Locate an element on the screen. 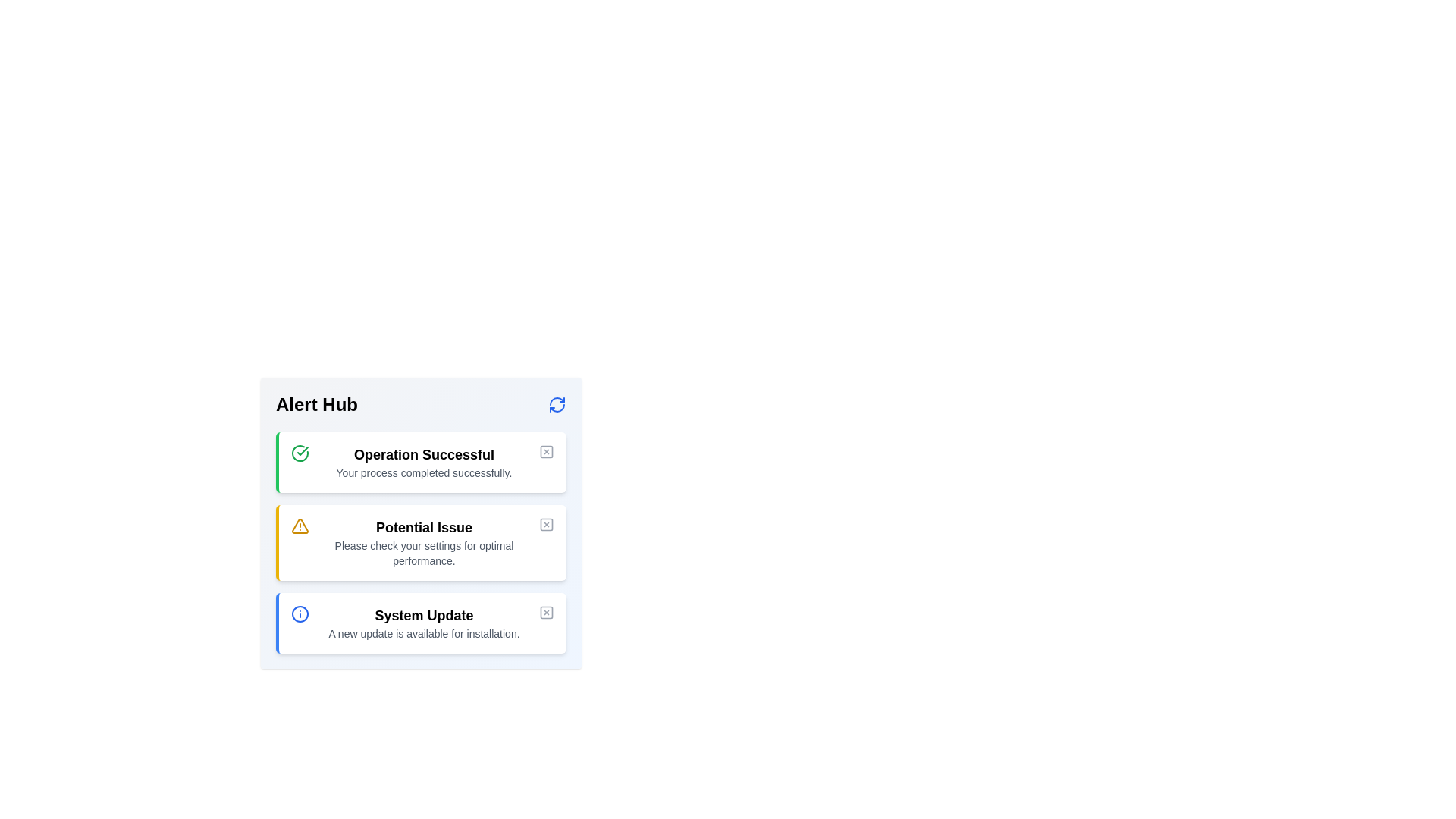 Image resolution: width=1456 pixels, height=819 pixels. the outlined square icon located to the far right of the 'Potential Issue' notification header is located at coordinates (546, 523).